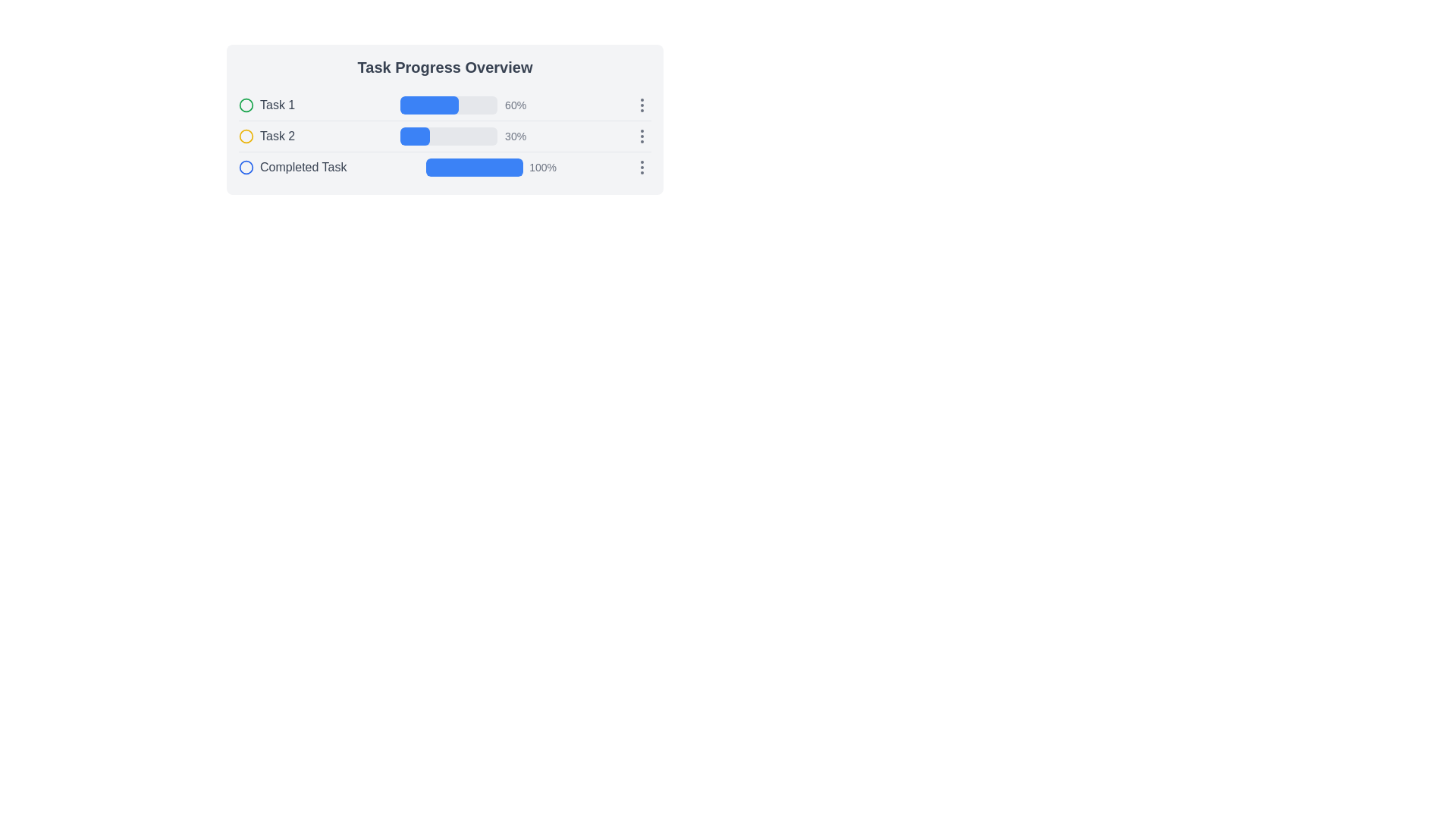  I want to click on the Indicator Icon, which is a circular icon with a green border and a white fill, located to the immediate left of the label 'Task 1' in the task listing, so click(246, 104).